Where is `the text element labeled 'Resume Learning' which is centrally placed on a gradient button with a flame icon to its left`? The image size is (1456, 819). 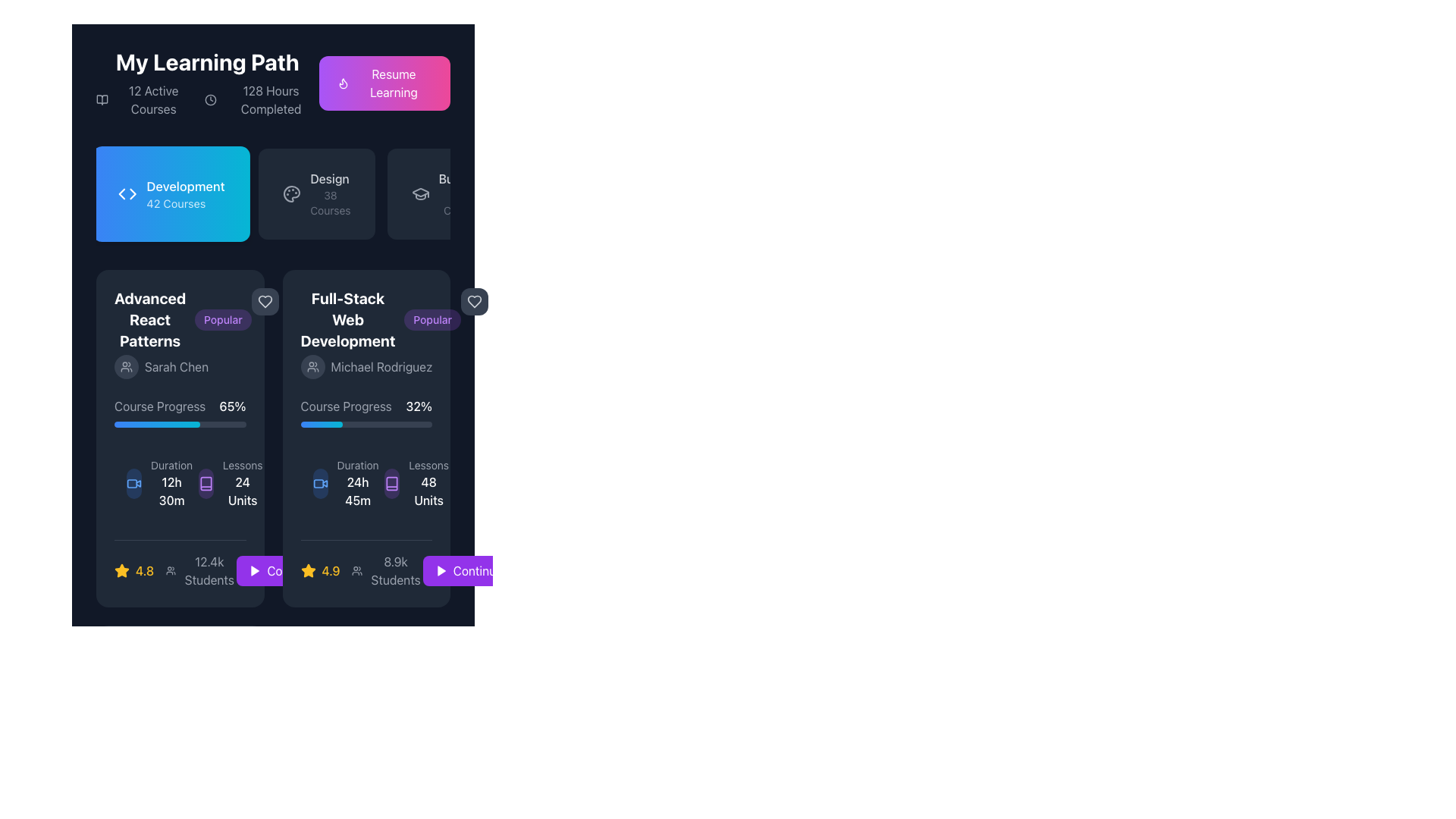 the text element labeled 'Resume Learning' which is centrally placed on a gradient button with a flame icon to its left is located at coordinates (394, 83).